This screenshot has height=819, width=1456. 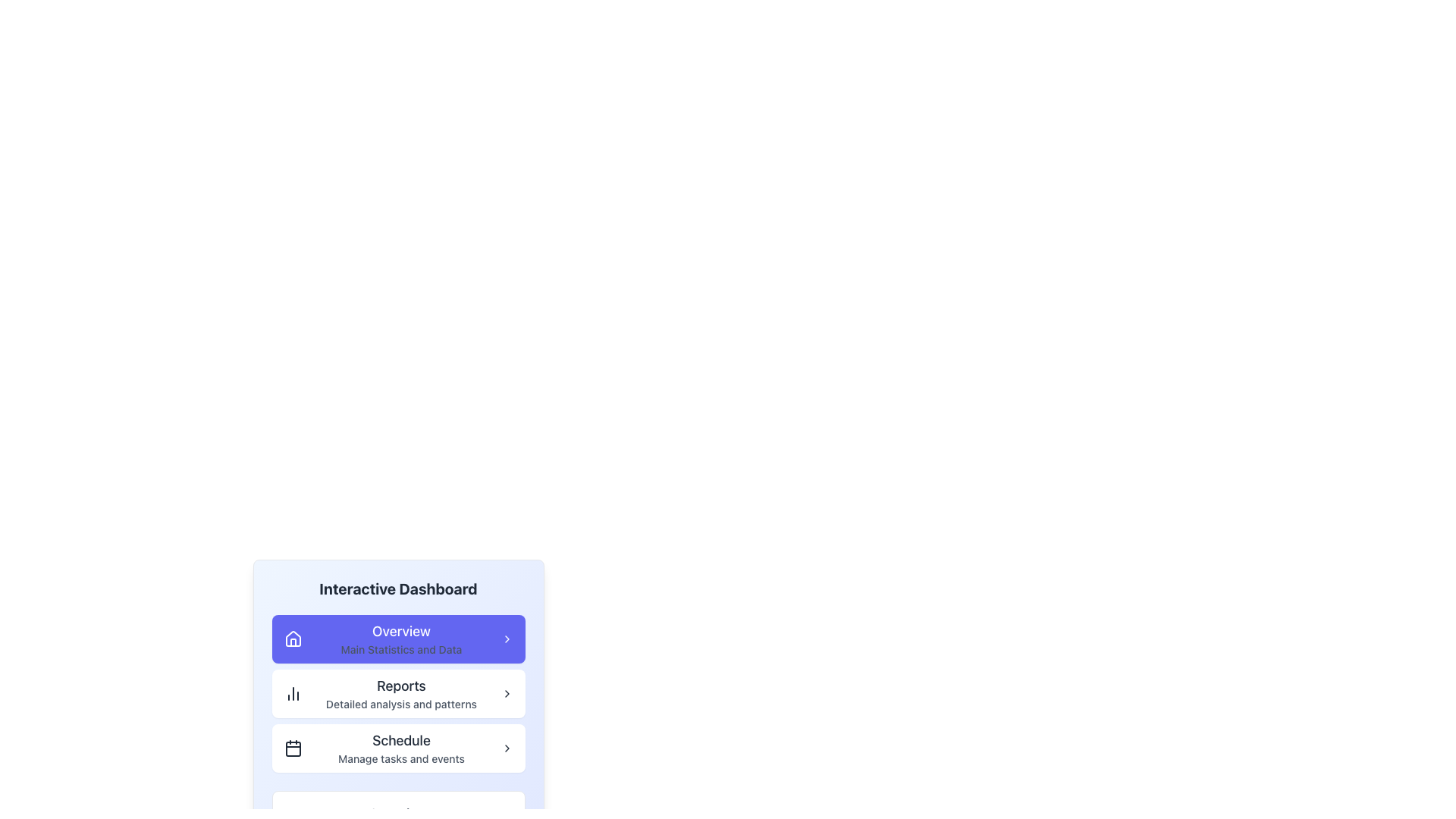 I want to click on the List Item containing 'Reports' and 'Detailed analysis and patterns', so click(x=401, y=693).